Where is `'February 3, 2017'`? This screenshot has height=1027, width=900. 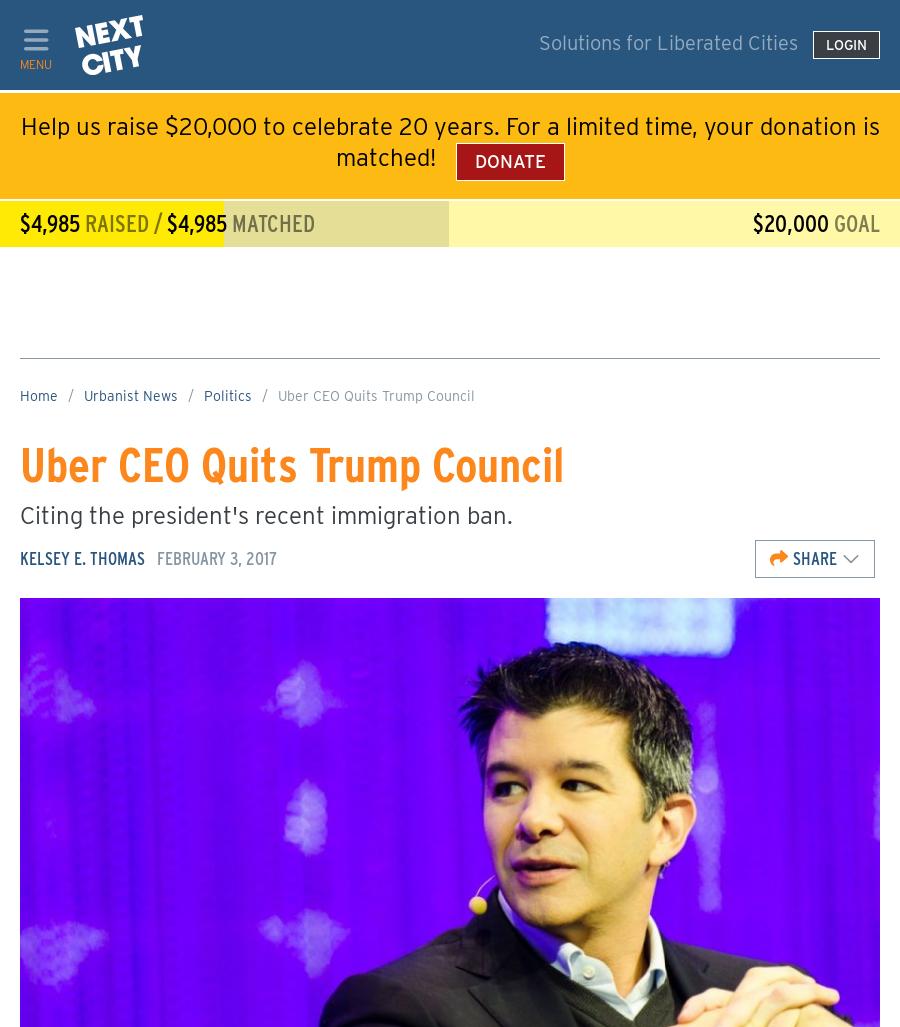 'February 3, 2017' is located at coordinates (156, 557).